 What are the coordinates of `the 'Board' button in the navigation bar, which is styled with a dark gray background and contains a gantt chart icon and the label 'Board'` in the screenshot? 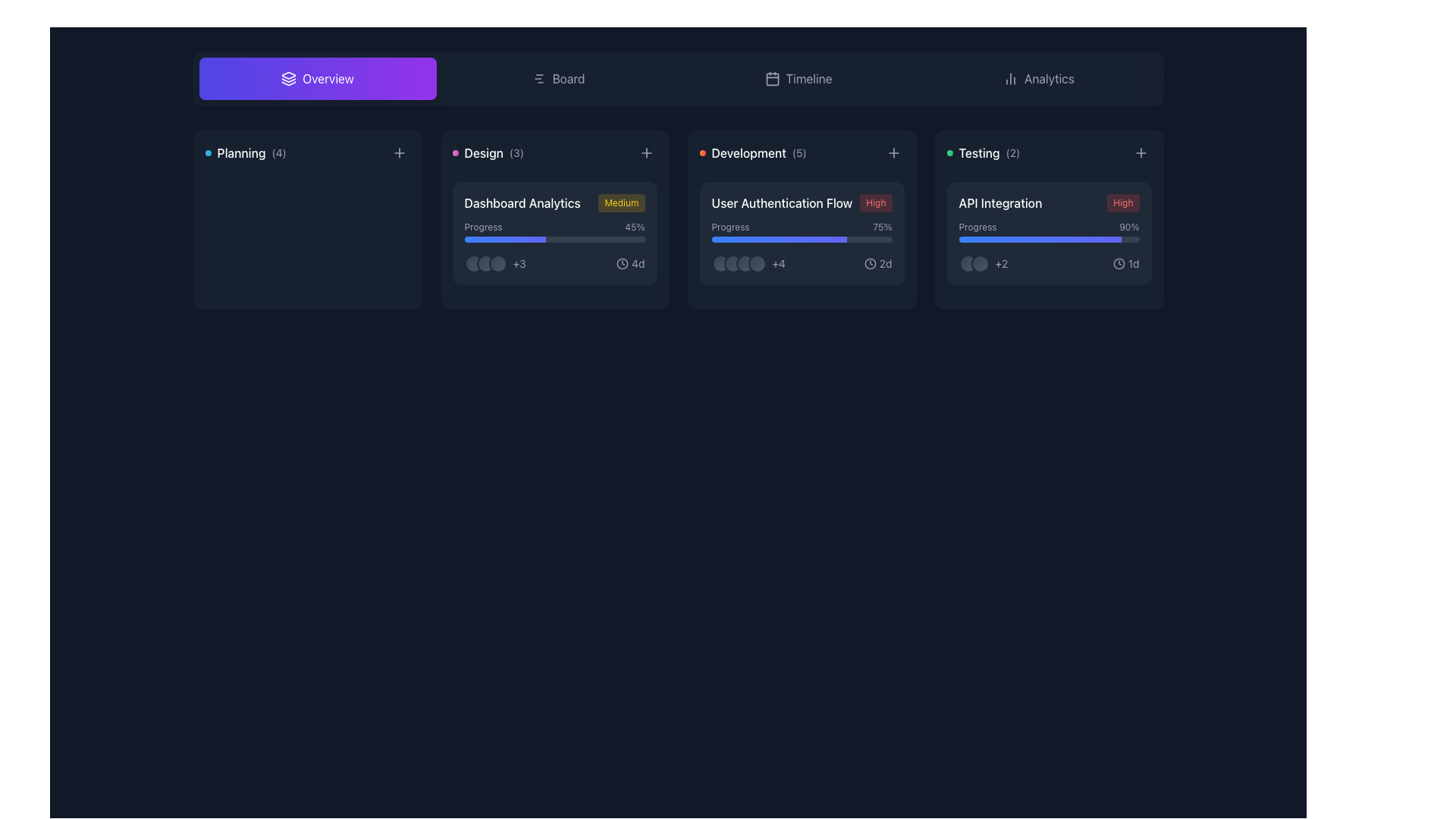 It's located at (557, 79).